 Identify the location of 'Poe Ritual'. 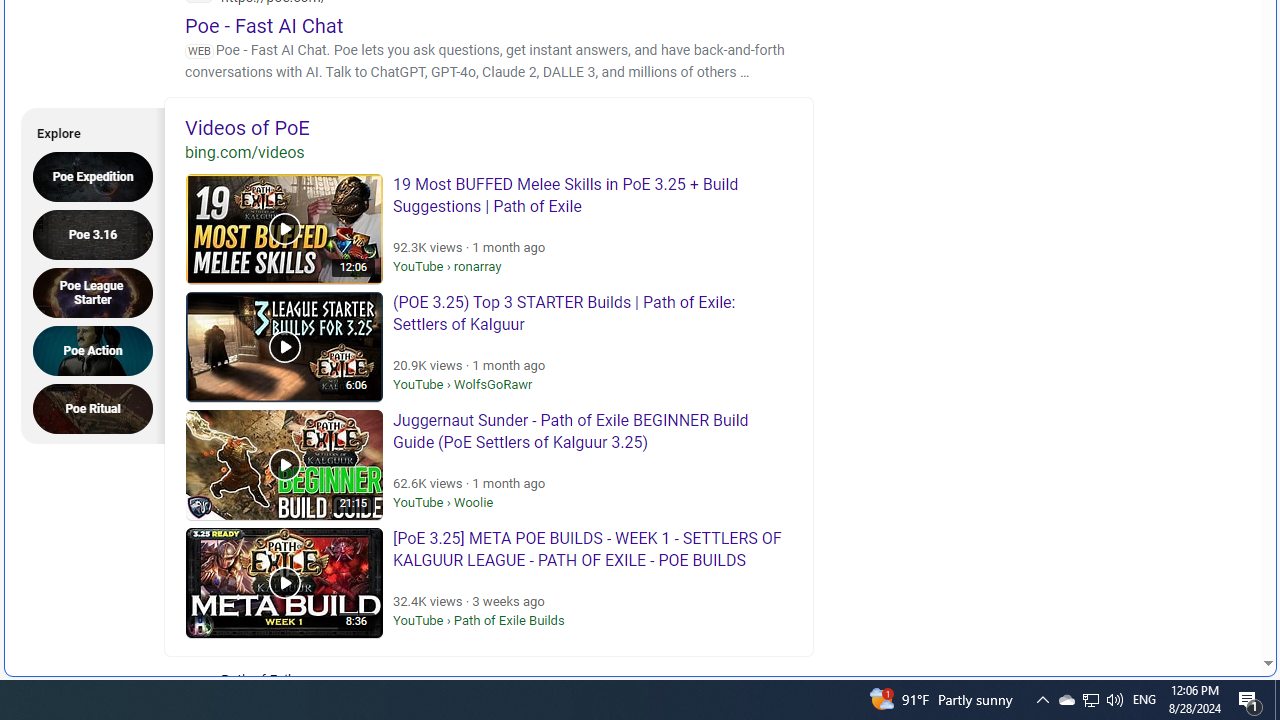
(98, 407).